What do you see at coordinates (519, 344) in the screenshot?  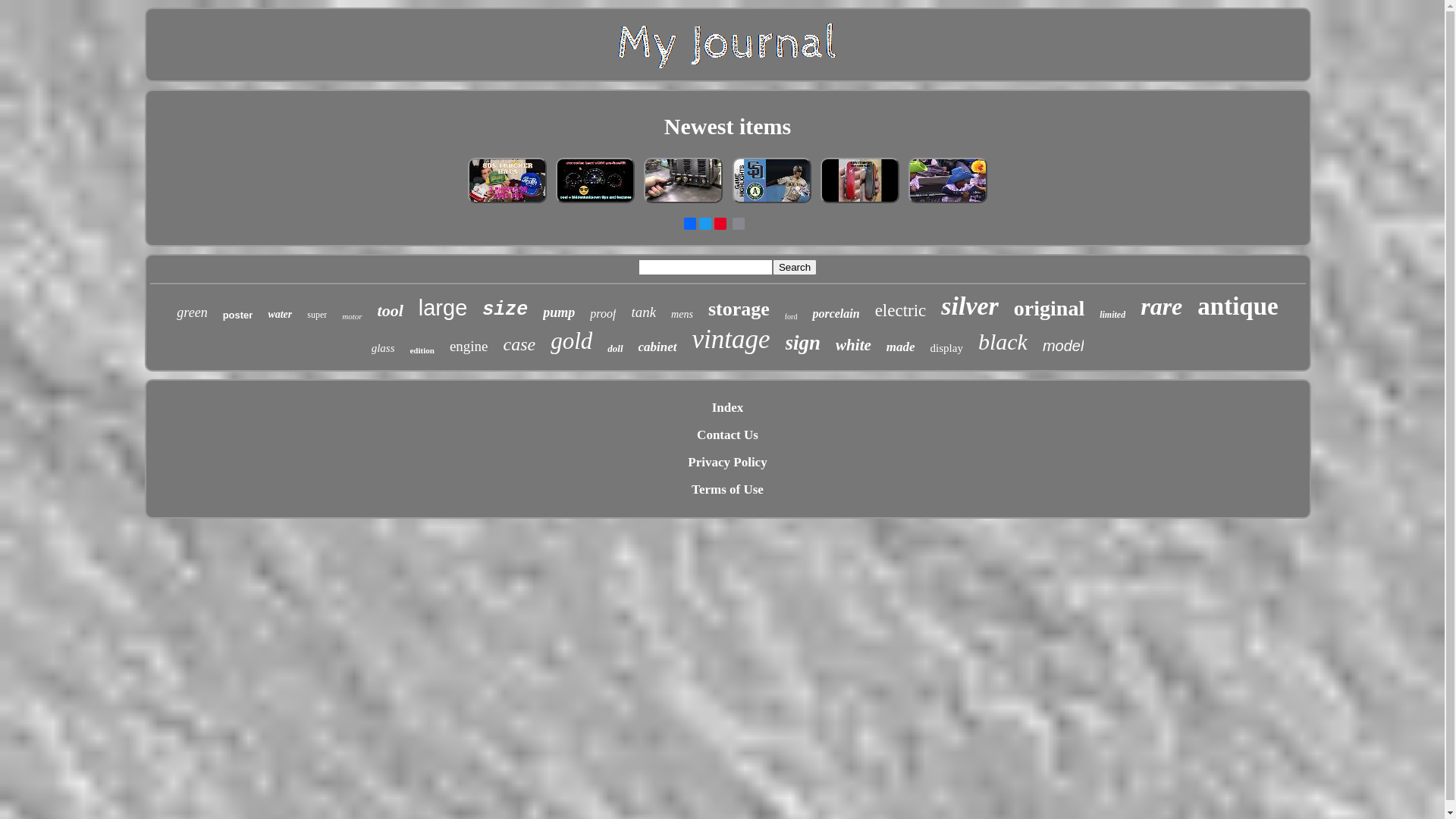 I see `'case'` at bounding box center [519, 344].